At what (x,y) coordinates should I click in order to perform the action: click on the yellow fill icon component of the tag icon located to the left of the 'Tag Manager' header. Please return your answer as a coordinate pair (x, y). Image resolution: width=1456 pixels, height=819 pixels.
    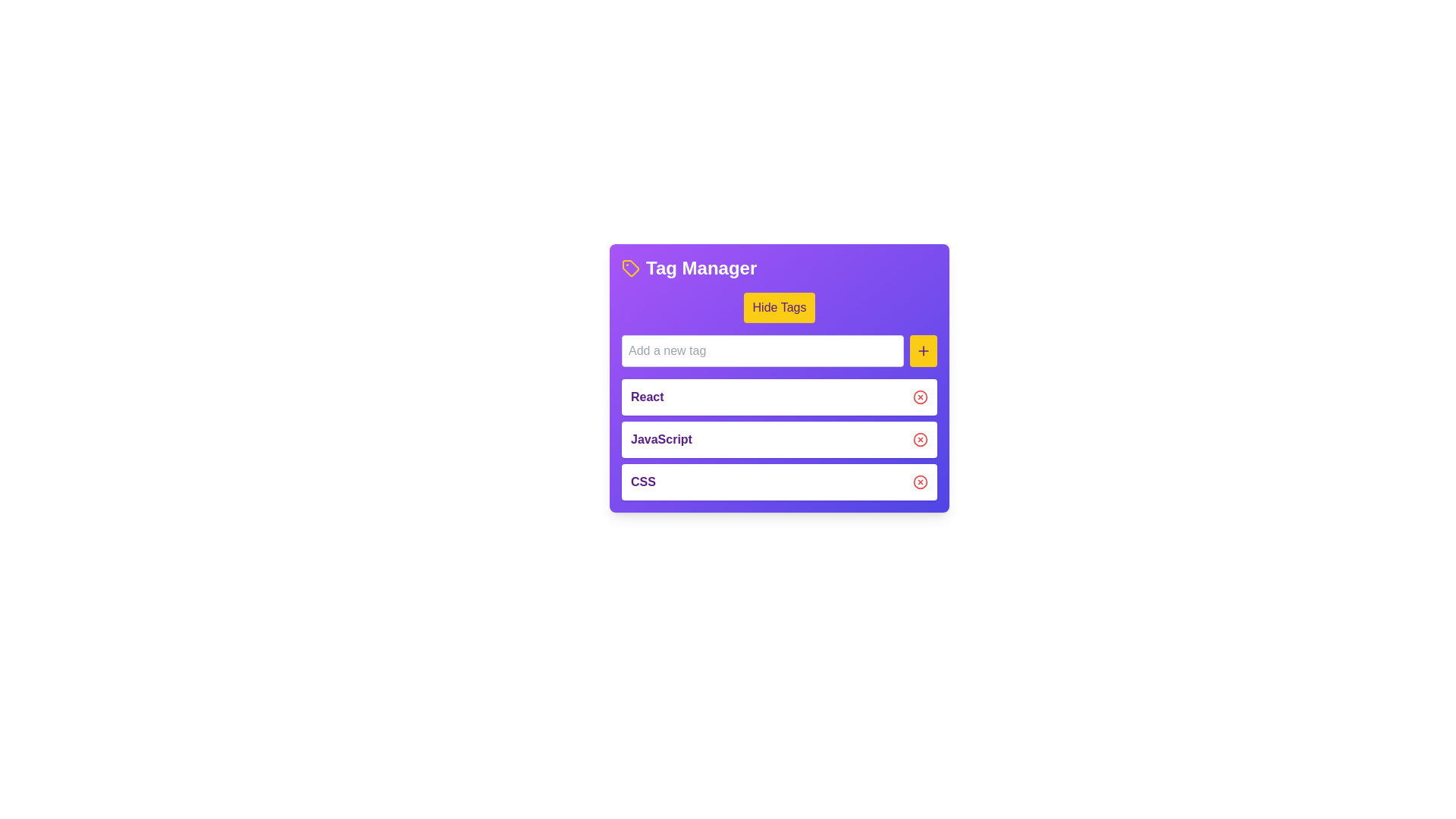
    Looking at the image, I should click on (630, 268).